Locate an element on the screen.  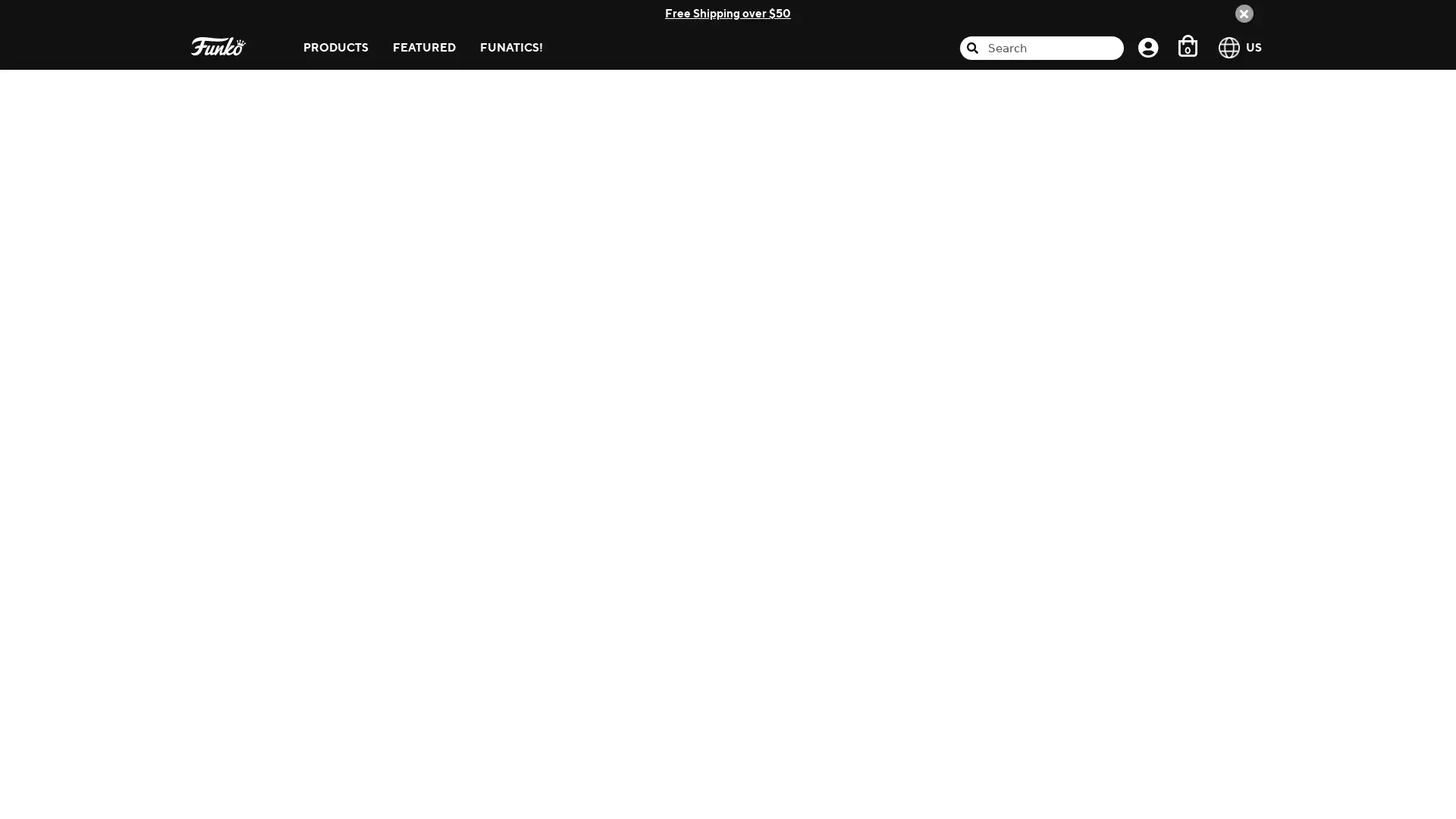
SEARCH is located at coordinates (1074, 167).